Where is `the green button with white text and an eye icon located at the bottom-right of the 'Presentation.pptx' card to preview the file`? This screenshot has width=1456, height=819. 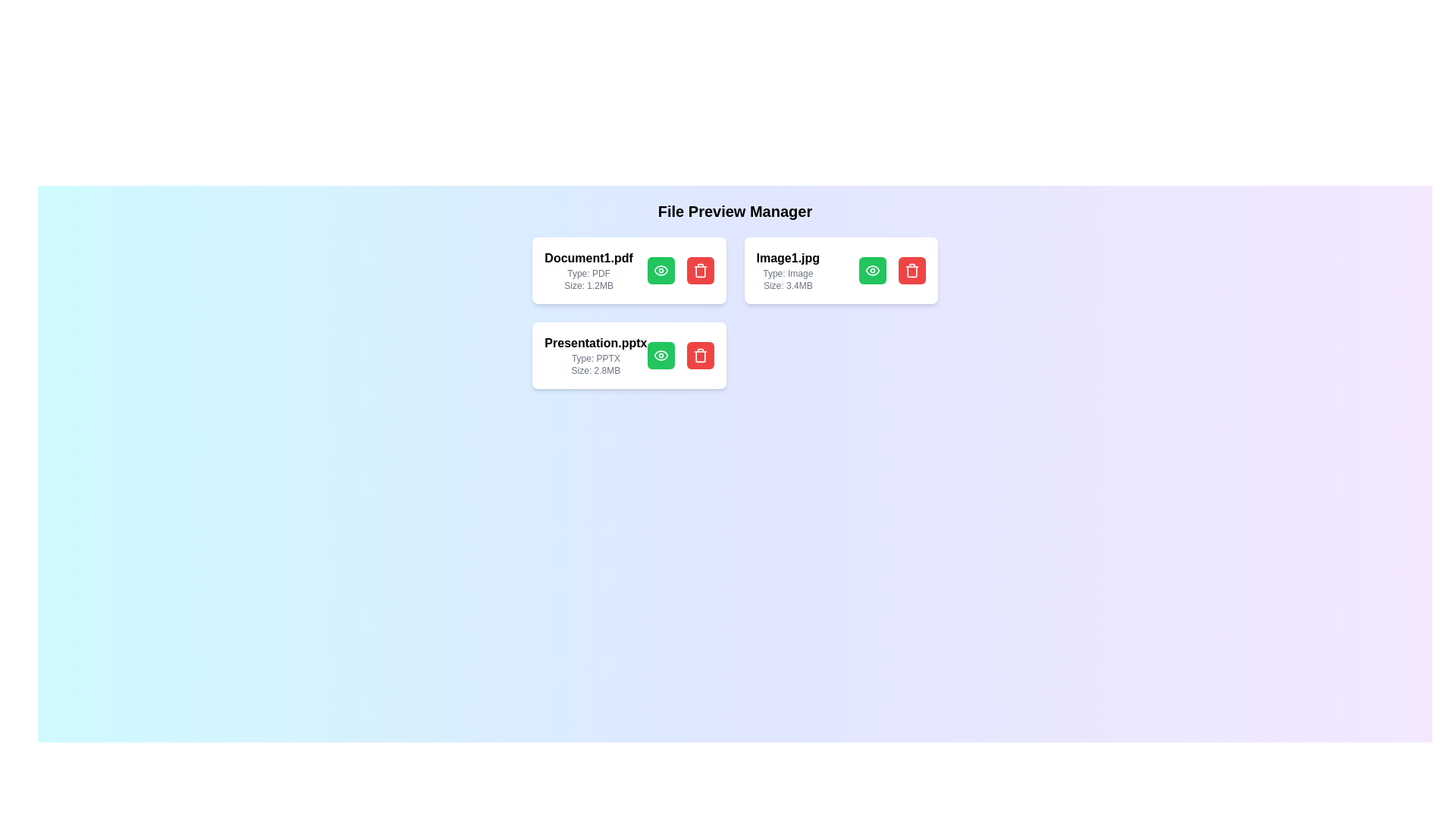 the green button with white text and an eye icon located at the bottom-right of the 'Presentation.pptx' card to preview the file is located at coordinates (661, 356).